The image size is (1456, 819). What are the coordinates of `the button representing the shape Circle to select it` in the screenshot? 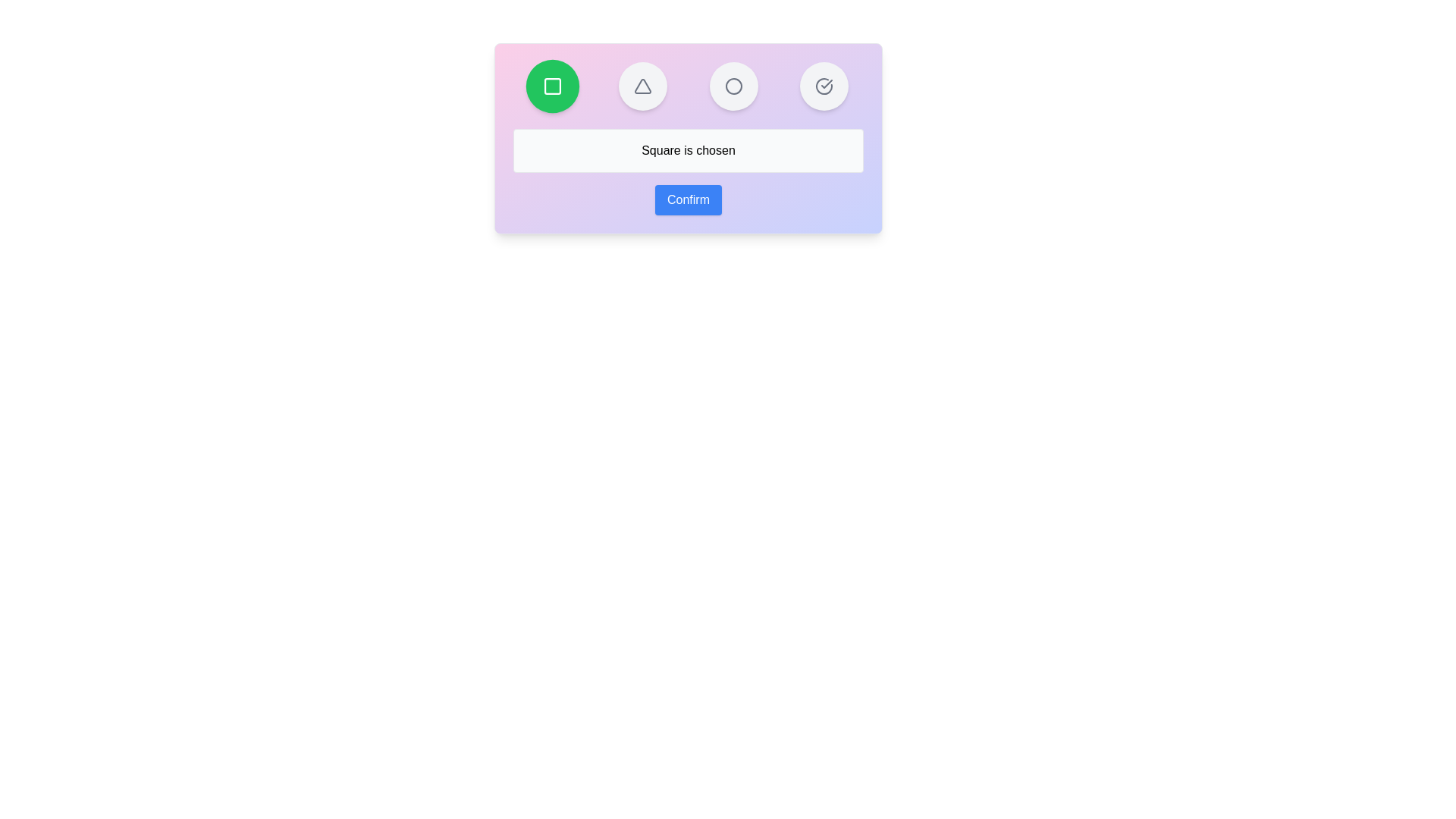 It's located at (733, 86).